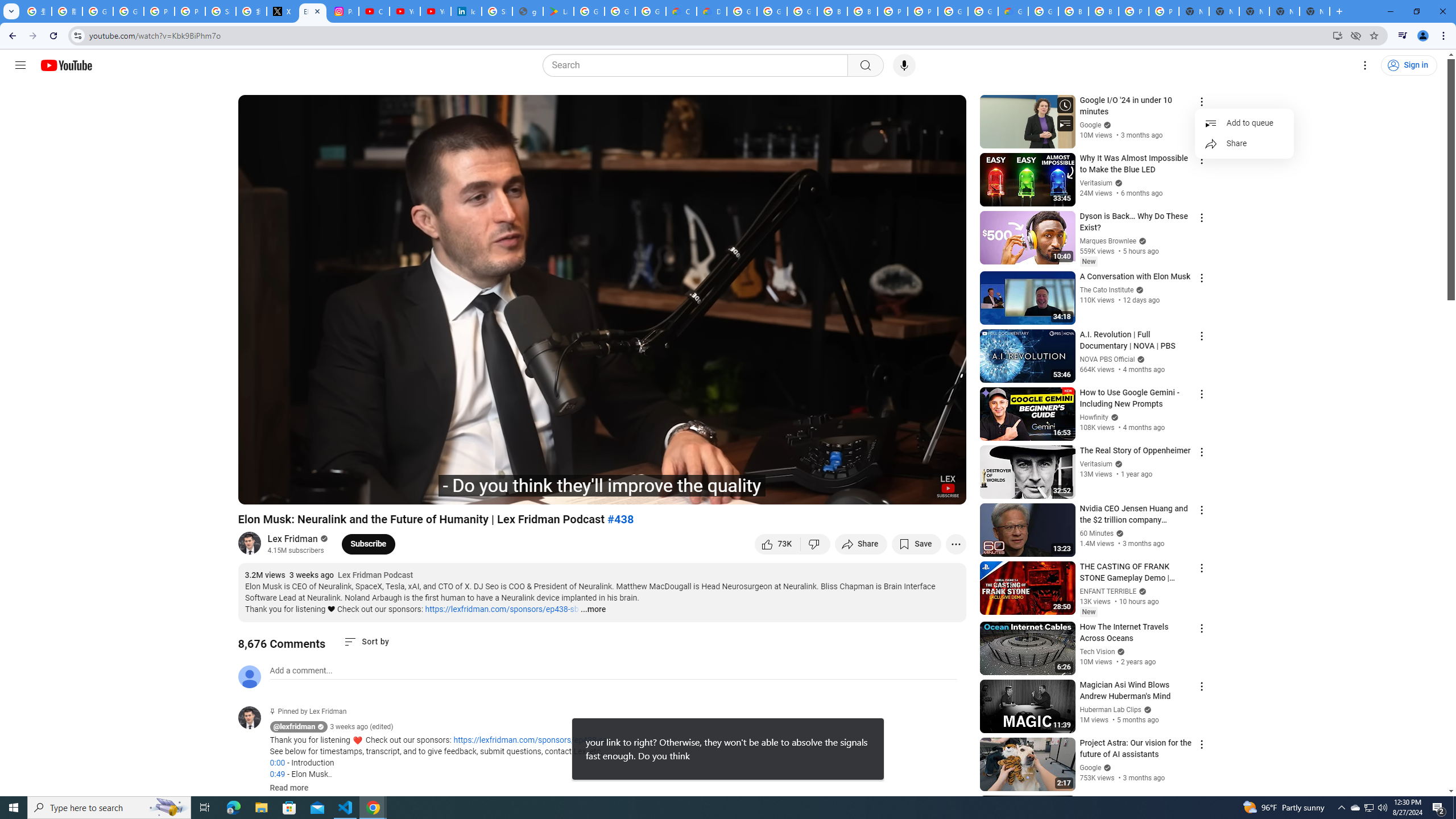 The width and height of the screenshot is (1456, 819). Describe the element at coordinates (1243, 122) in the screenshot. I see `'Add to queue'` at that location.